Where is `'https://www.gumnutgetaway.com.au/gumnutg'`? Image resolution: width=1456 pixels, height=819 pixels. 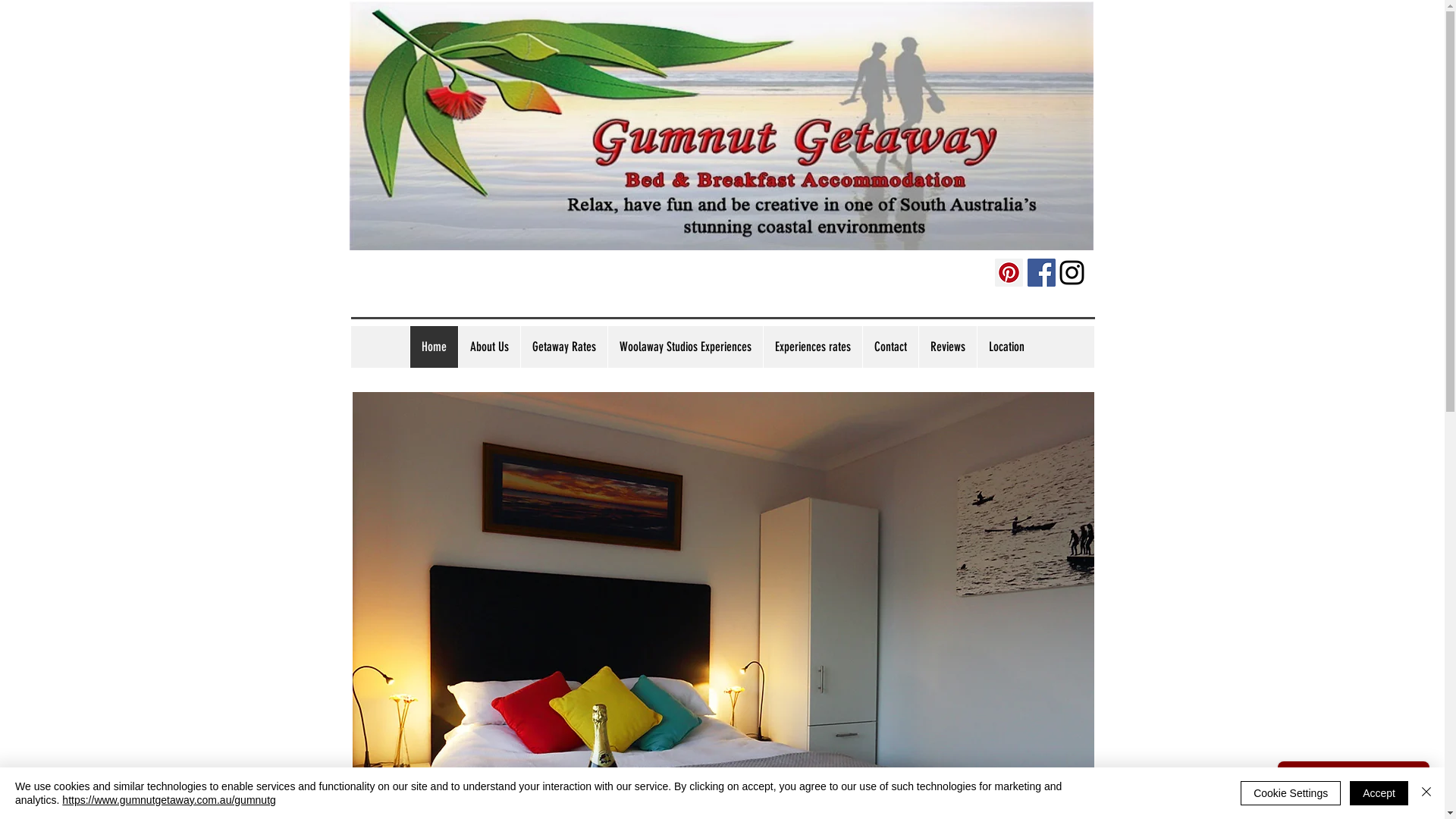 'https://www.gumnutgetaway.com.au/gumnutg' is located at coordinates (61, 799).